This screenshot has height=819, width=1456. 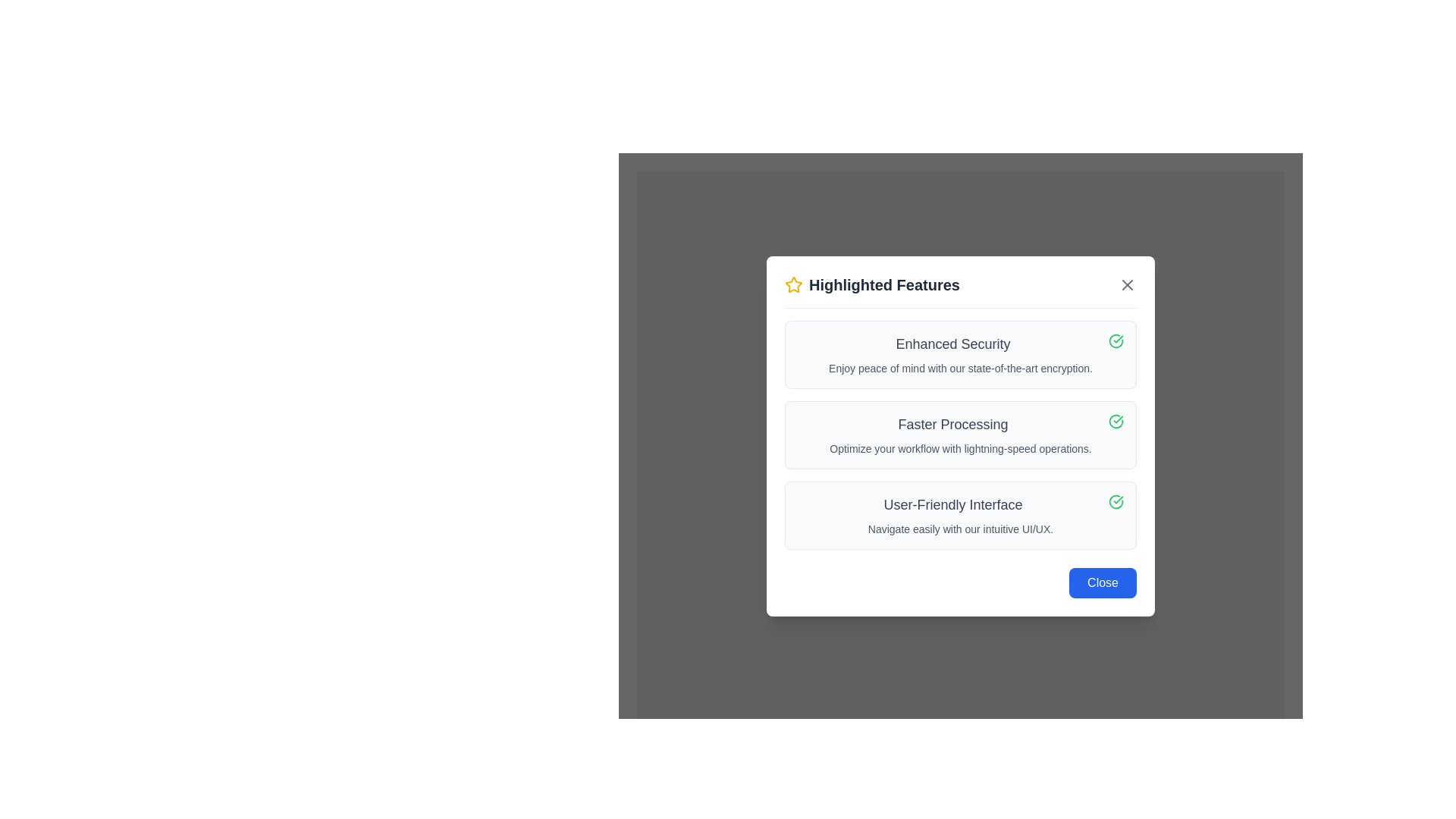 What do you see at coordinates (1116, 339) in the screenshot?
I see `the visual indicator icon for the 'Enhanced Security' feature located at the top-right corner of the card` at bounding box center [1116, 339].